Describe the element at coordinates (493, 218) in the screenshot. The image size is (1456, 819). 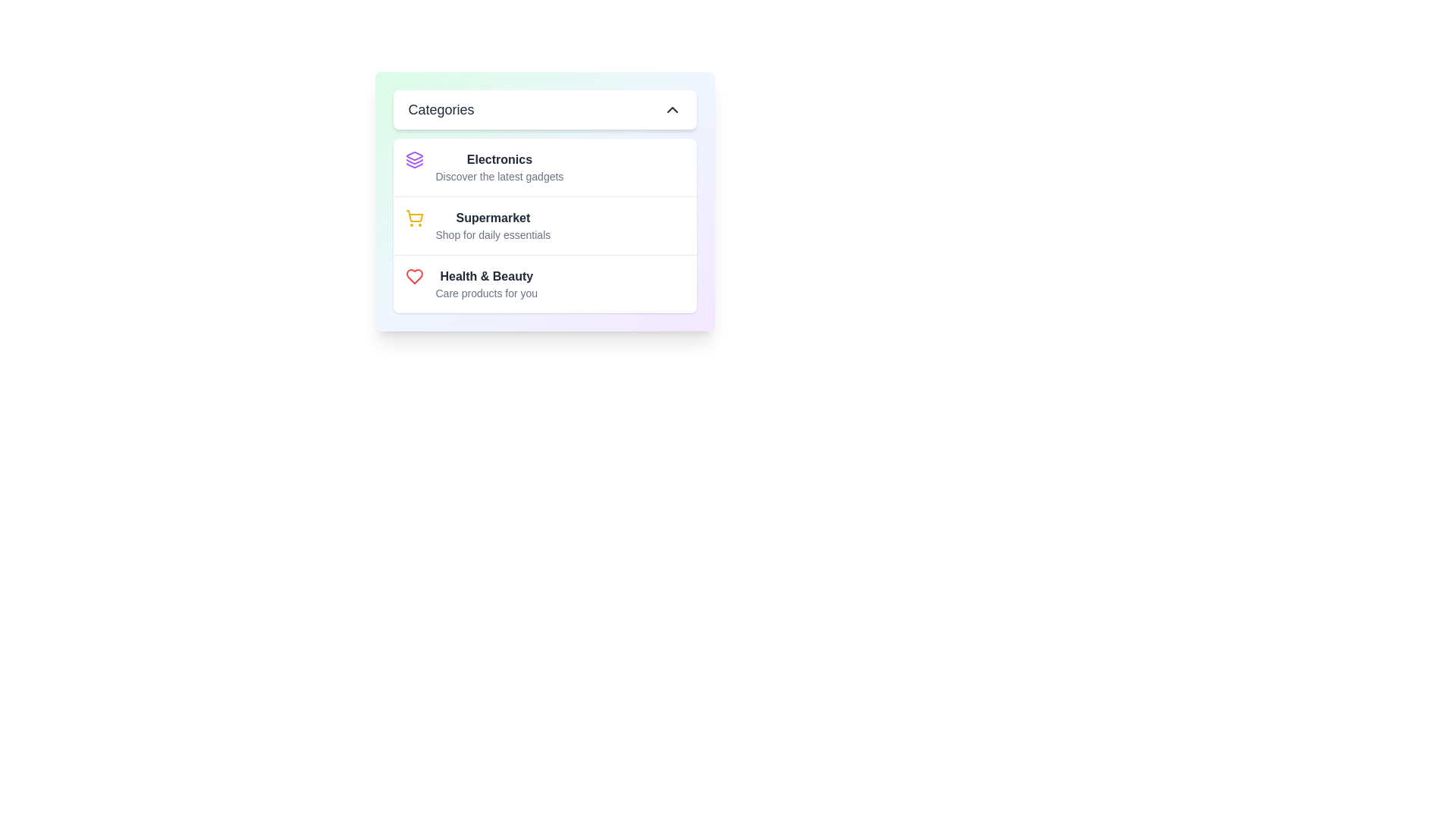
I see `the 'Supermarket' text label, which is the first line in a category section with a shopping cart icon` at that location.